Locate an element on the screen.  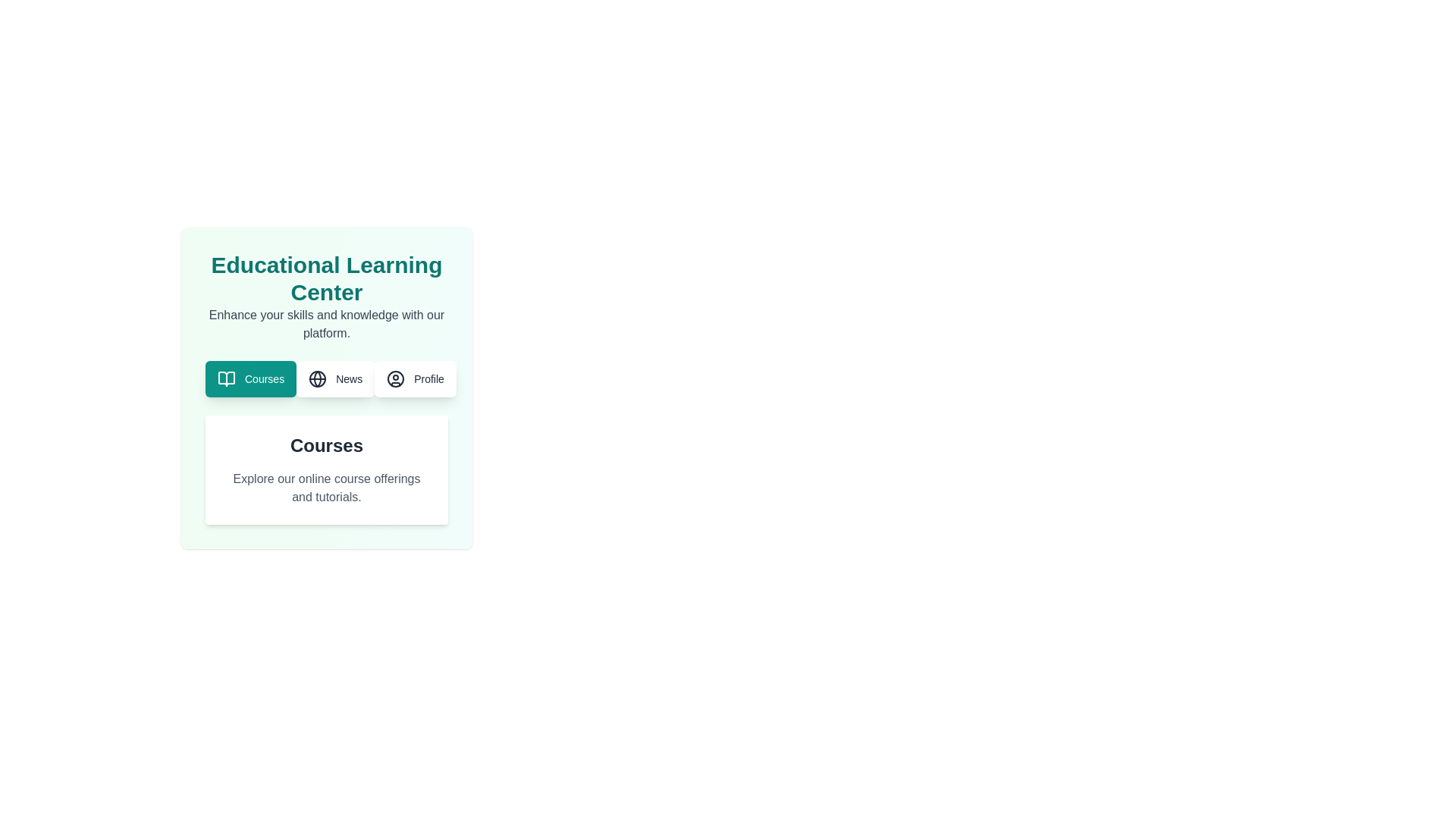
the Profile tab button to navigate to the corresponding section is located at coordinates (415, 378).